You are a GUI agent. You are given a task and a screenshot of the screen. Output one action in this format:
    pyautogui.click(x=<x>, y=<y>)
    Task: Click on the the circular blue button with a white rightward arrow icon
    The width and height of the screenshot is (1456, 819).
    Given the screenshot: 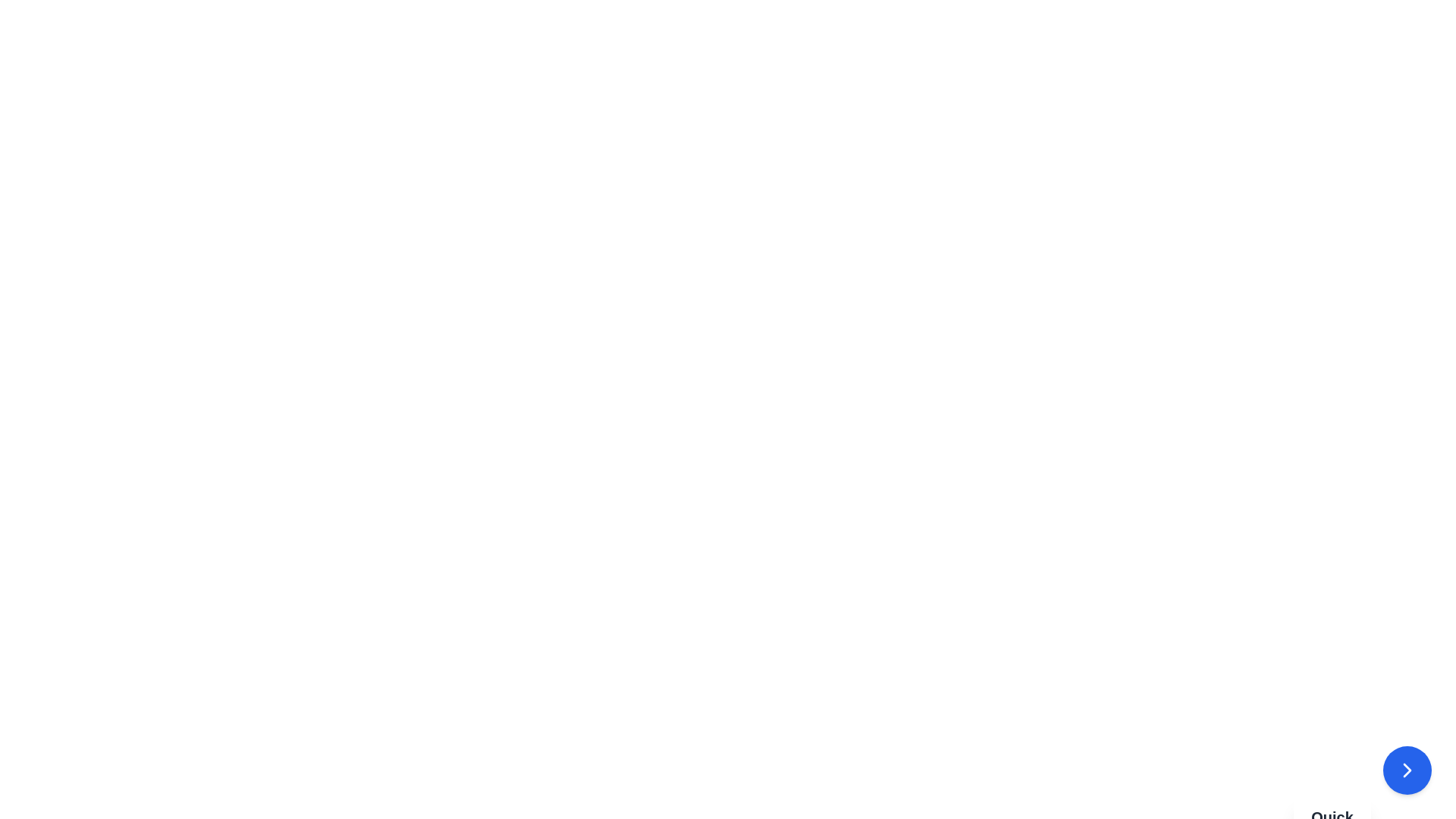 What is the action you would take?
    pyautogui.click(x=1407, y=770)
    